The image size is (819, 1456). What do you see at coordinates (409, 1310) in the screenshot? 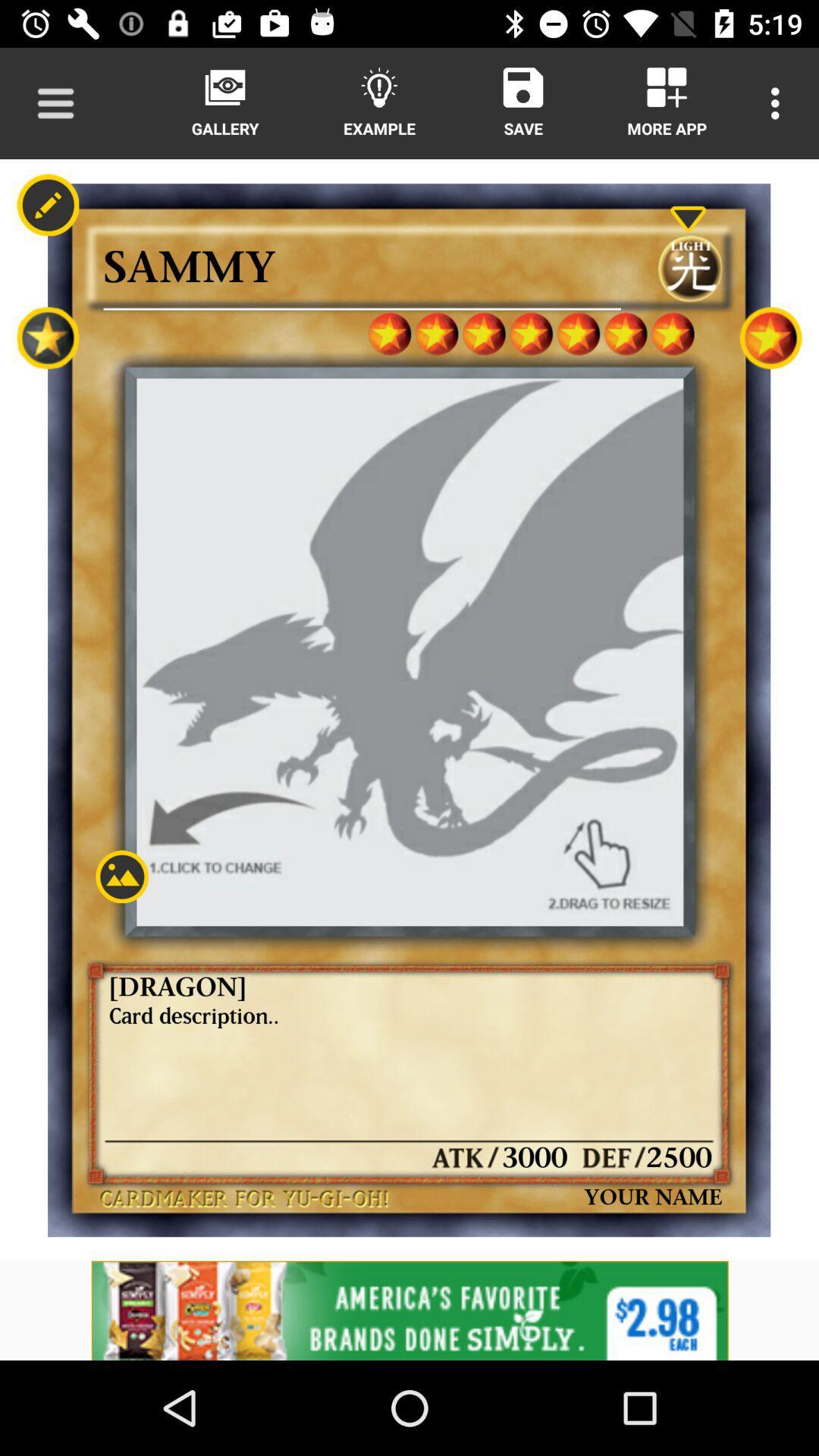
I see `advertisement` at bounding box center [409, 1310].